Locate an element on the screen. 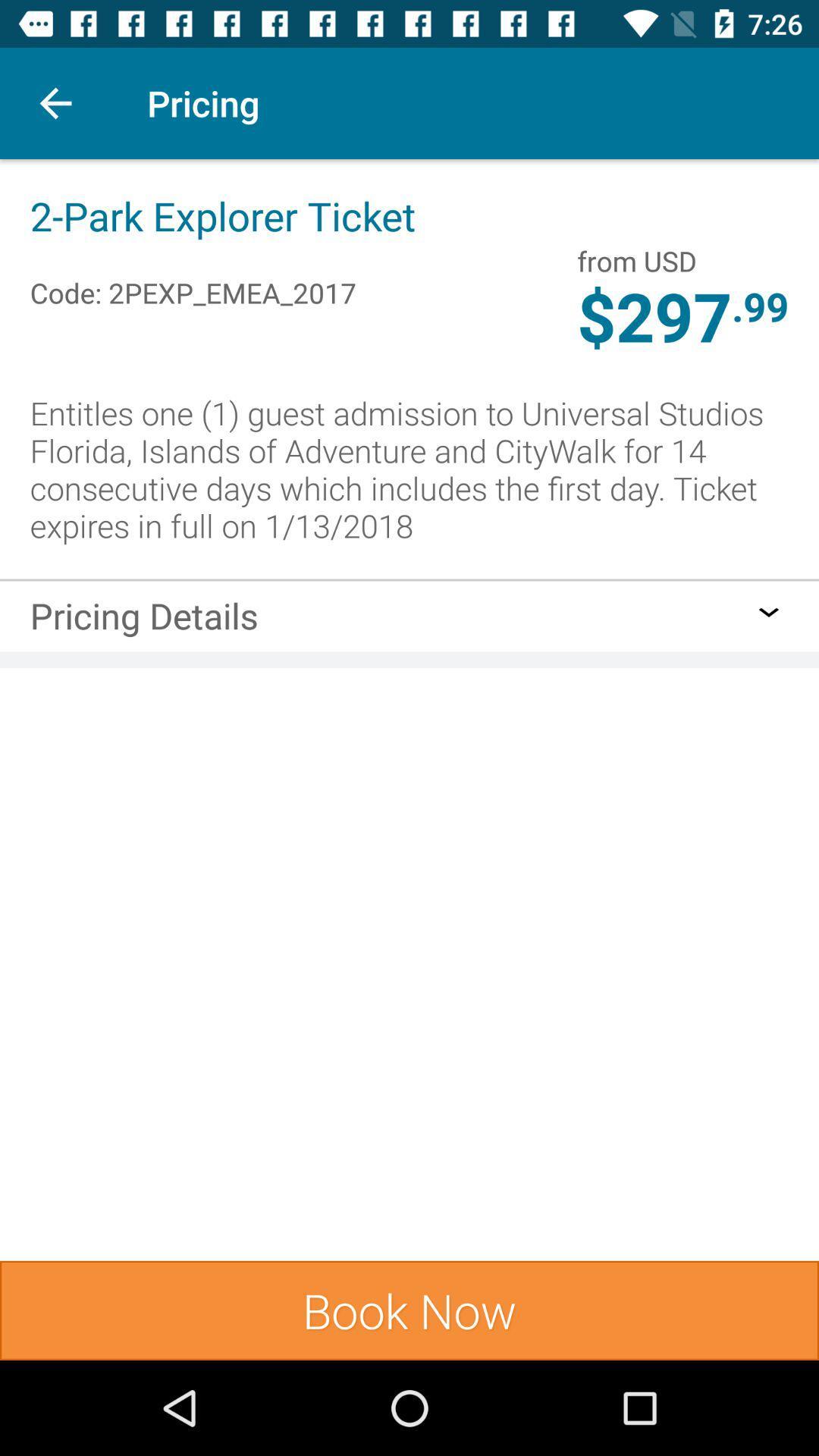  item below 2 park explorer item is located at coordinates (192, 277).